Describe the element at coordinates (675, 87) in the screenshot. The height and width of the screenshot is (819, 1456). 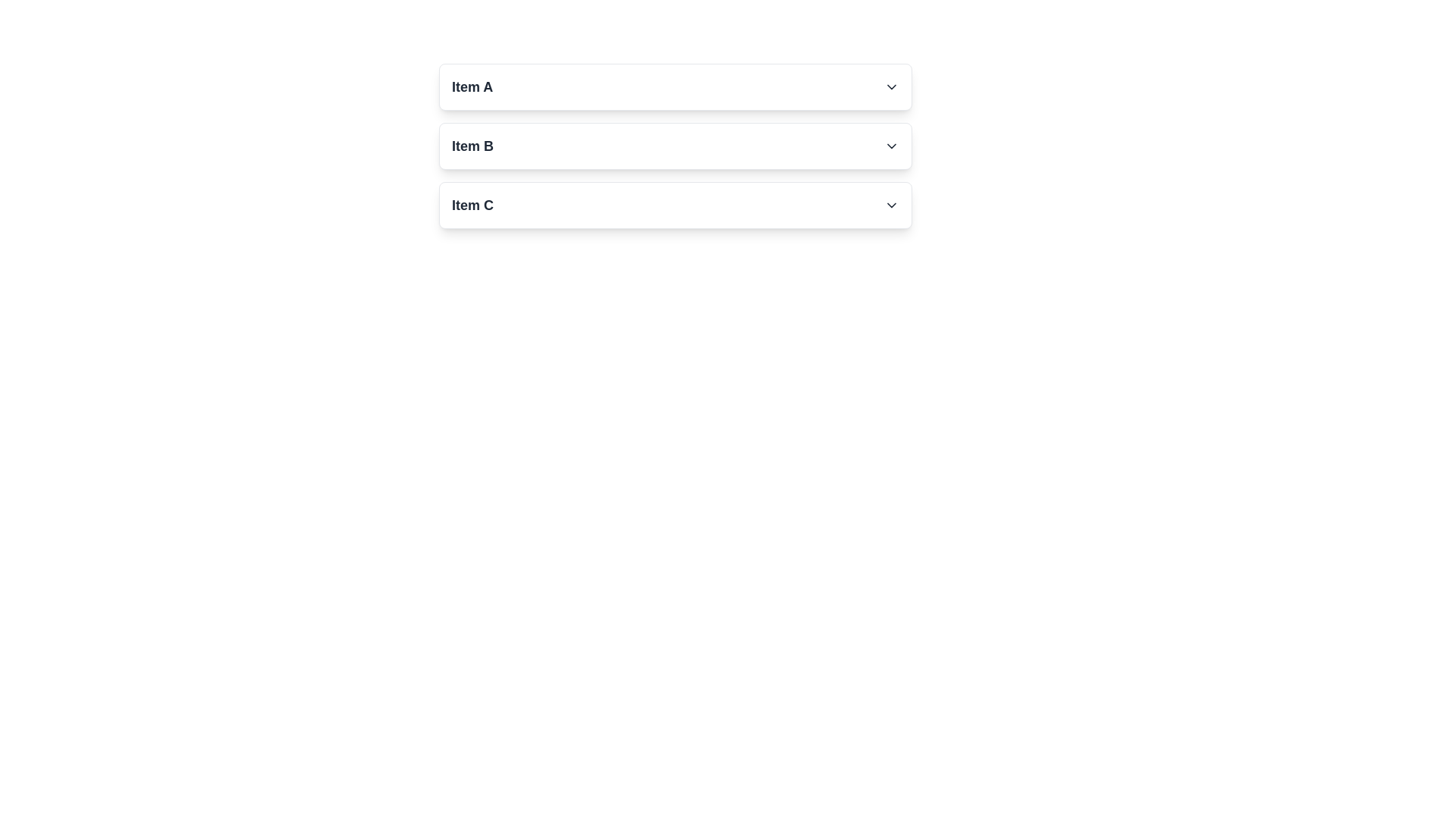
I see `the 'Item A' button` at that location.